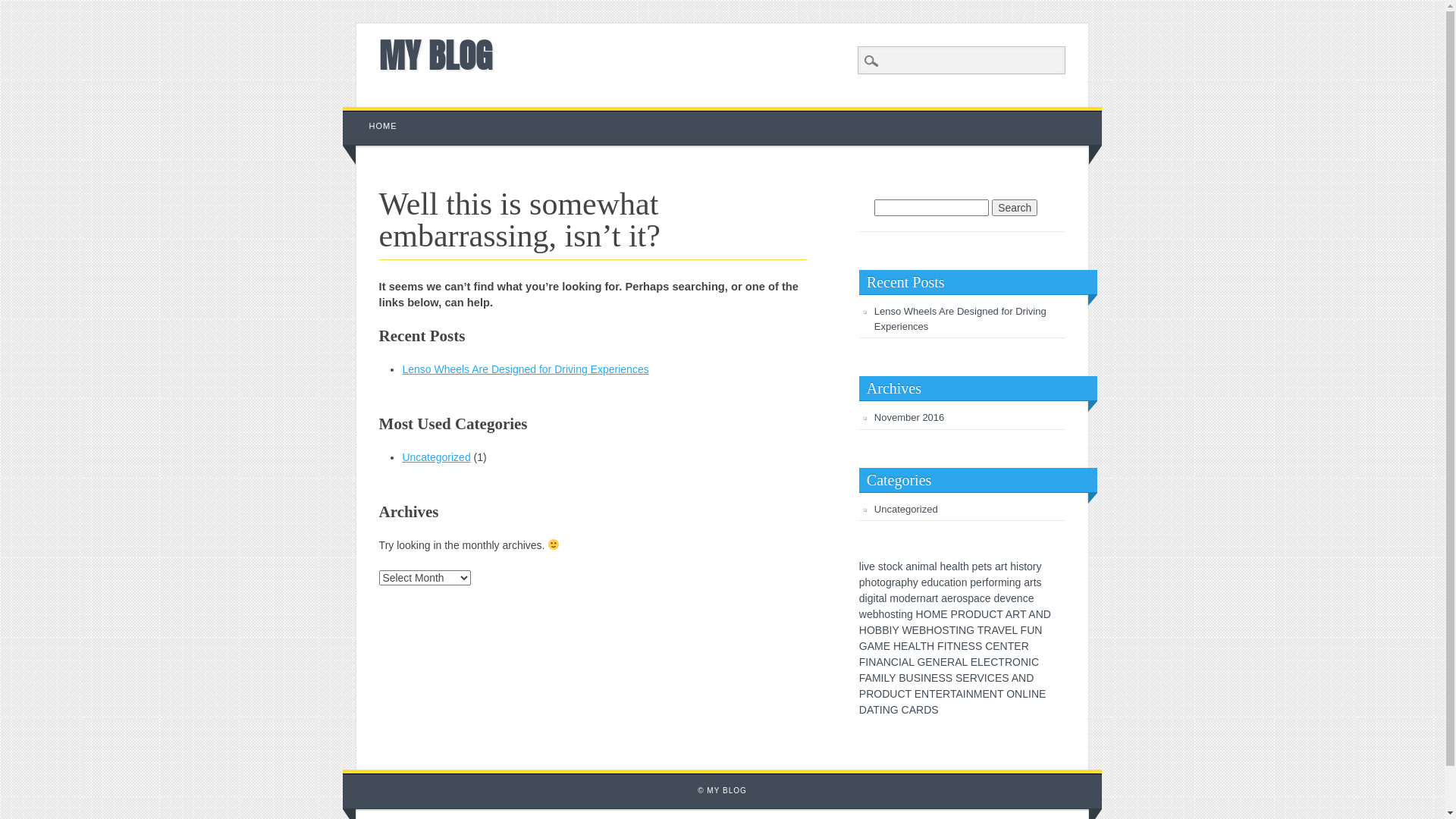 Image resolution: width=1456 pixels, height=819 pixels. I want to click on 'E', so click(974, 661).